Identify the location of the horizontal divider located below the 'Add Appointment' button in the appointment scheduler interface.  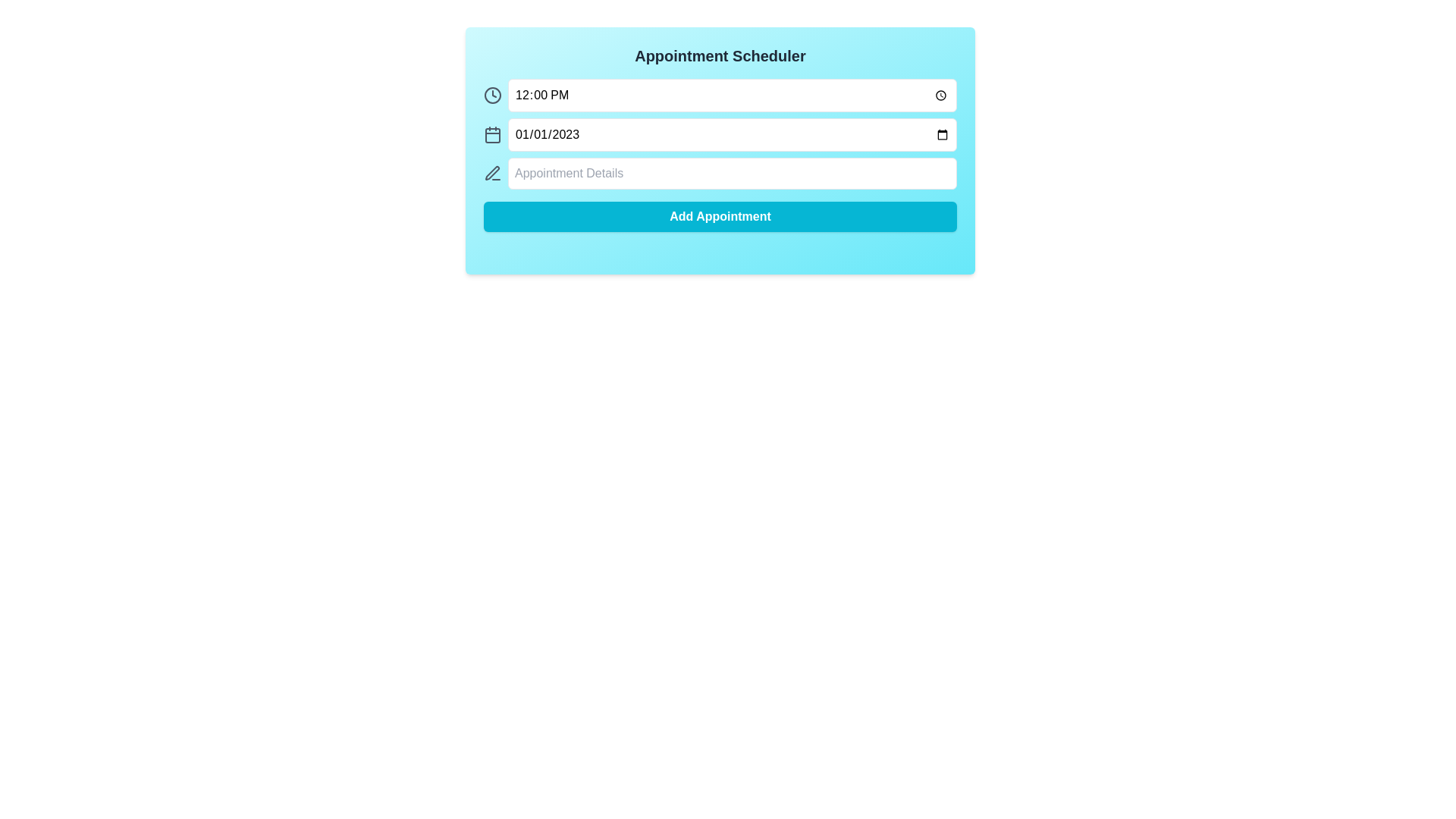
(720, 249).